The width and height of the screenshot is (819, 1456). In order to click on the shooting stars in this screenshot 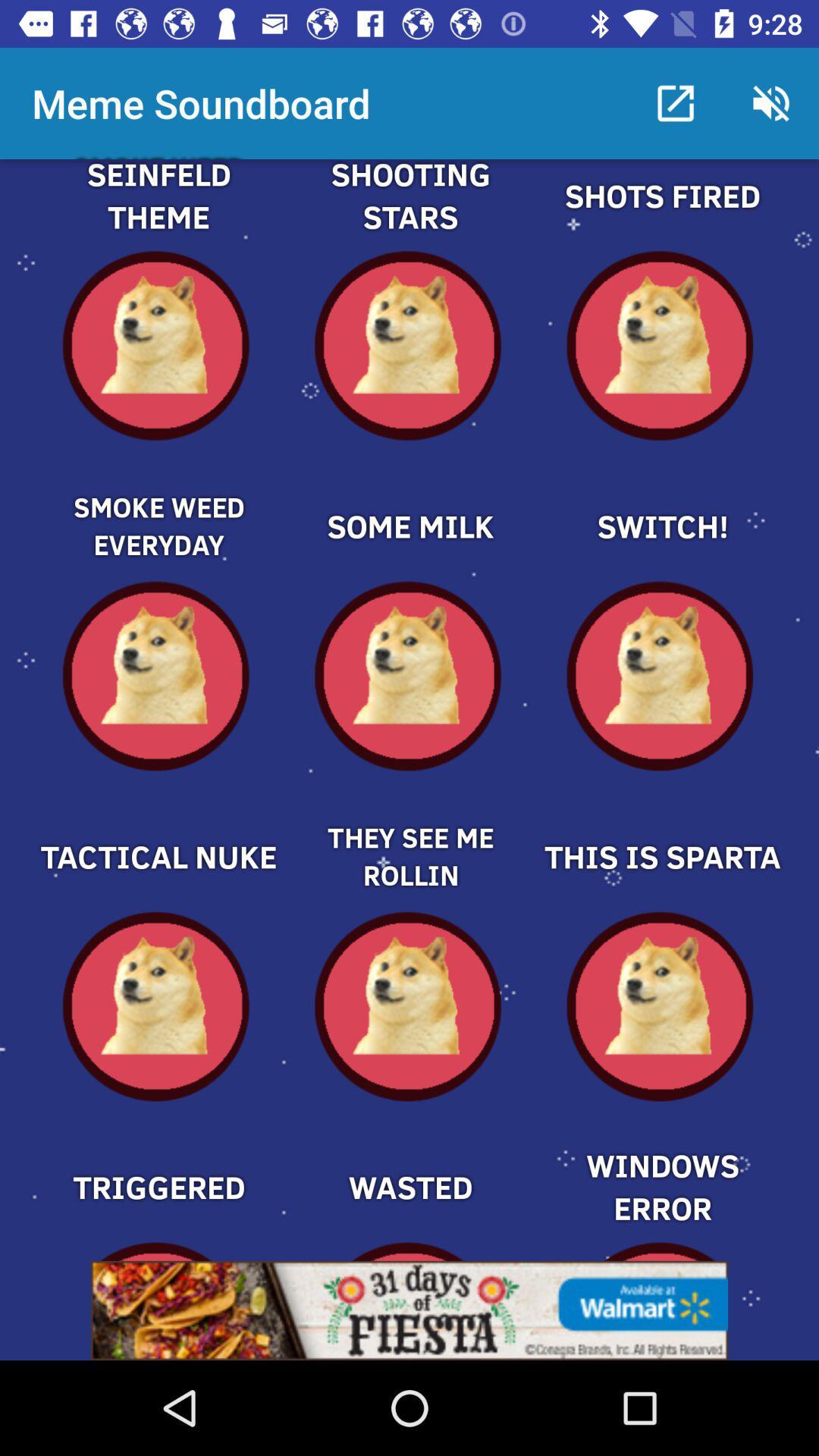, I will do `click(409, 213)`.